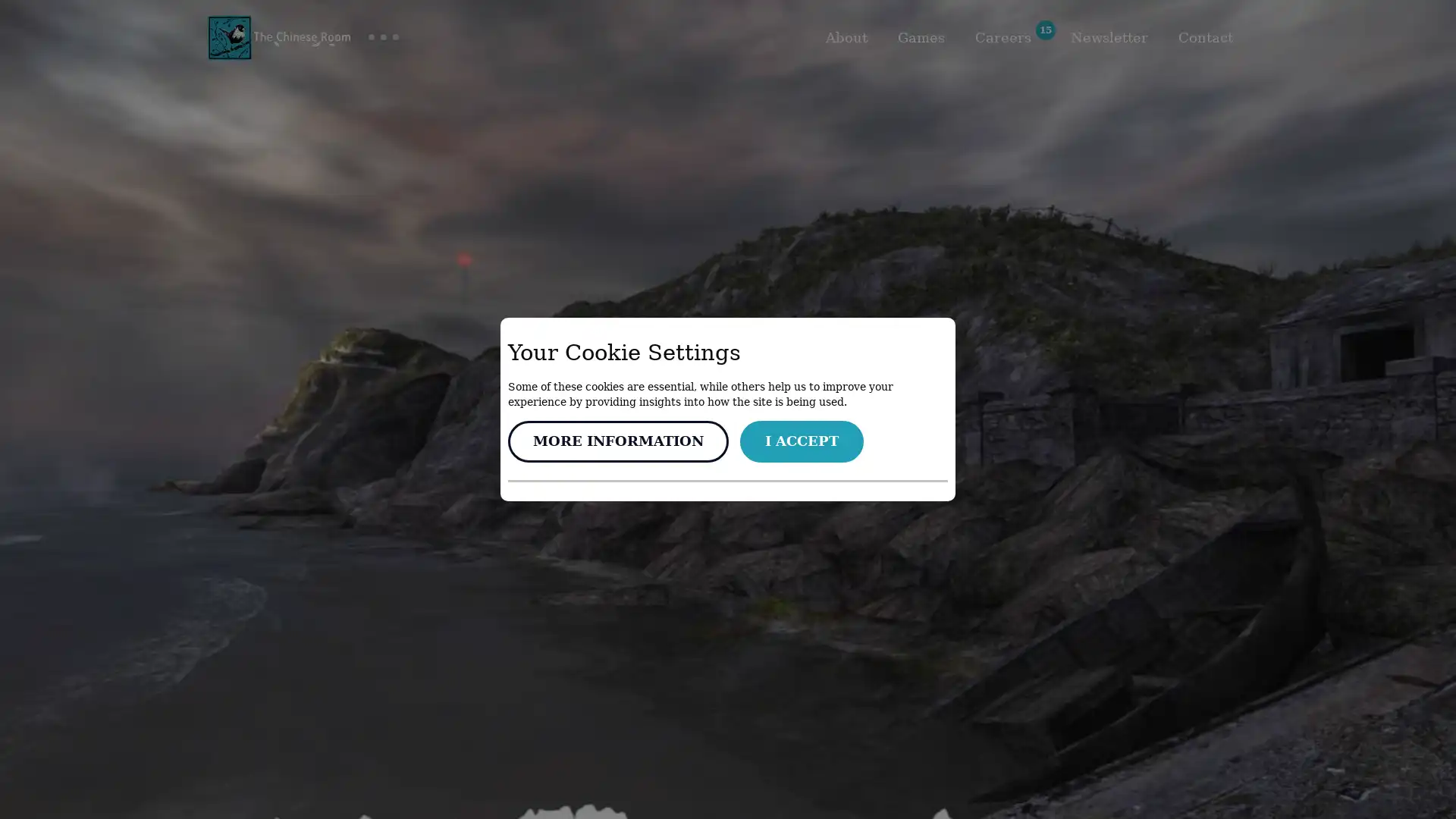 The image size is (1456, 819). What do you see at coordinates (382, 36) in the screenshot?
I see `Toggle group navigation` at bounding box center [382, 36].